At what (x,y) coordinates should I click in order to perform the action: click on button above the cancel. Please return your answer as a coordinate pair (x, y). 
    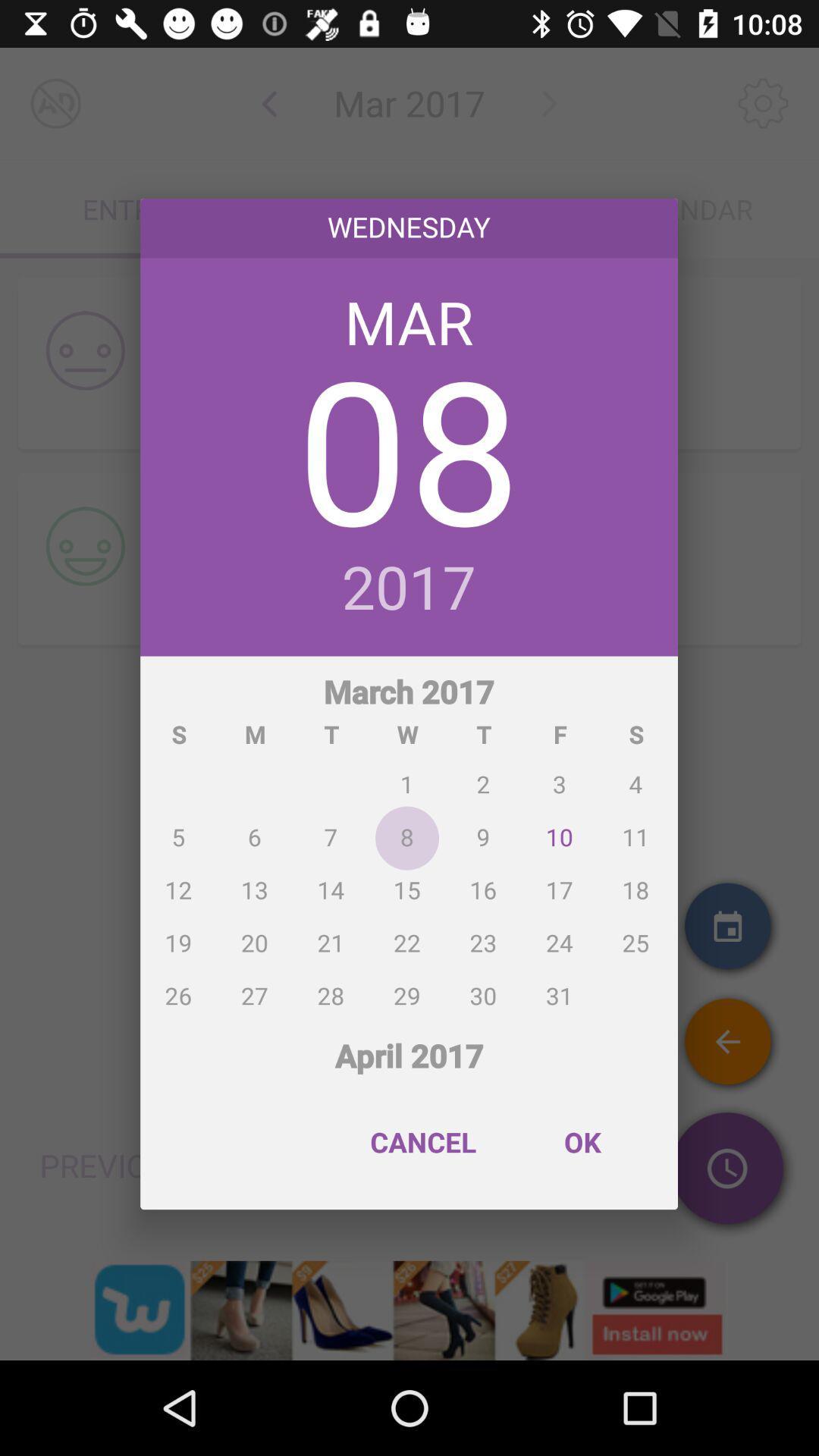
    Looking at the image, I should click on (408, 1046).